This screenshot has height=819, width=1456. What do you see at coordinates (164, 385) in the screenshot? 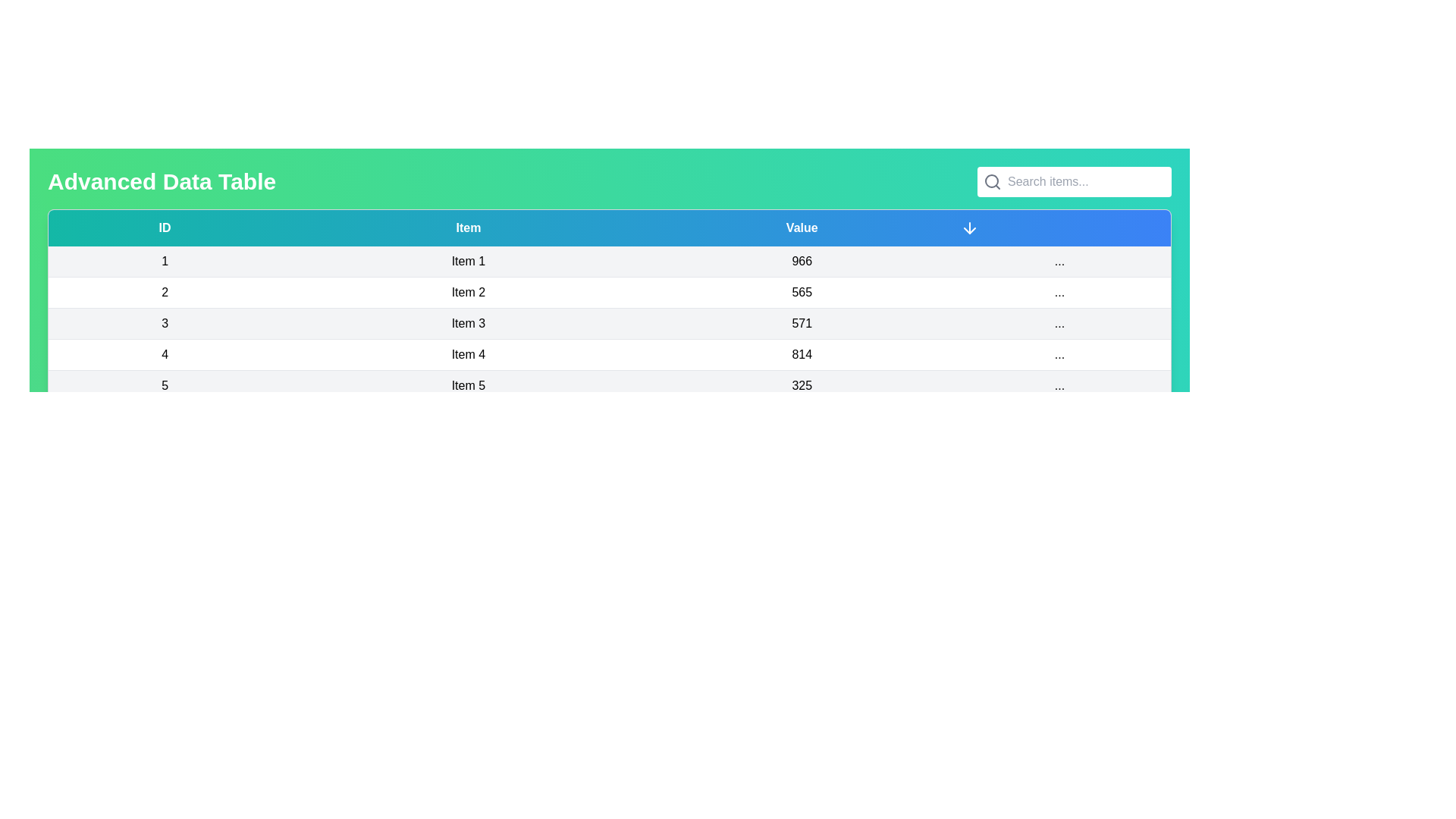
I see `the text in the row corresponding to 5` at bounding box center [164, 385].